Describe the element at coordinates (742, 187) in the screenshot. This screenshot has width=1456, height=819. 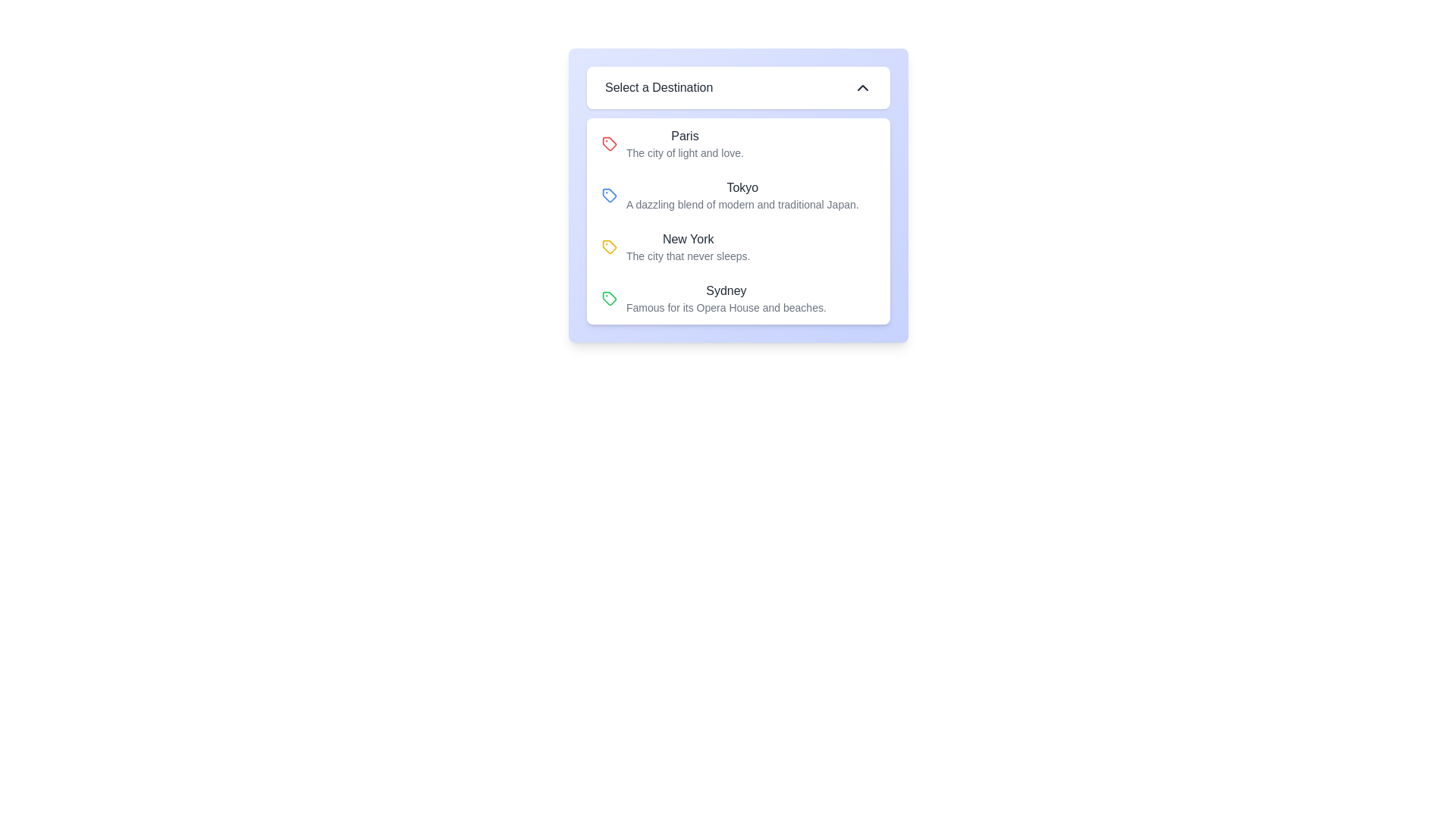
I see `the 'Tokyo' text label, which is the second item in the list under the 'Select a Destination' panel, for selection` at that location.